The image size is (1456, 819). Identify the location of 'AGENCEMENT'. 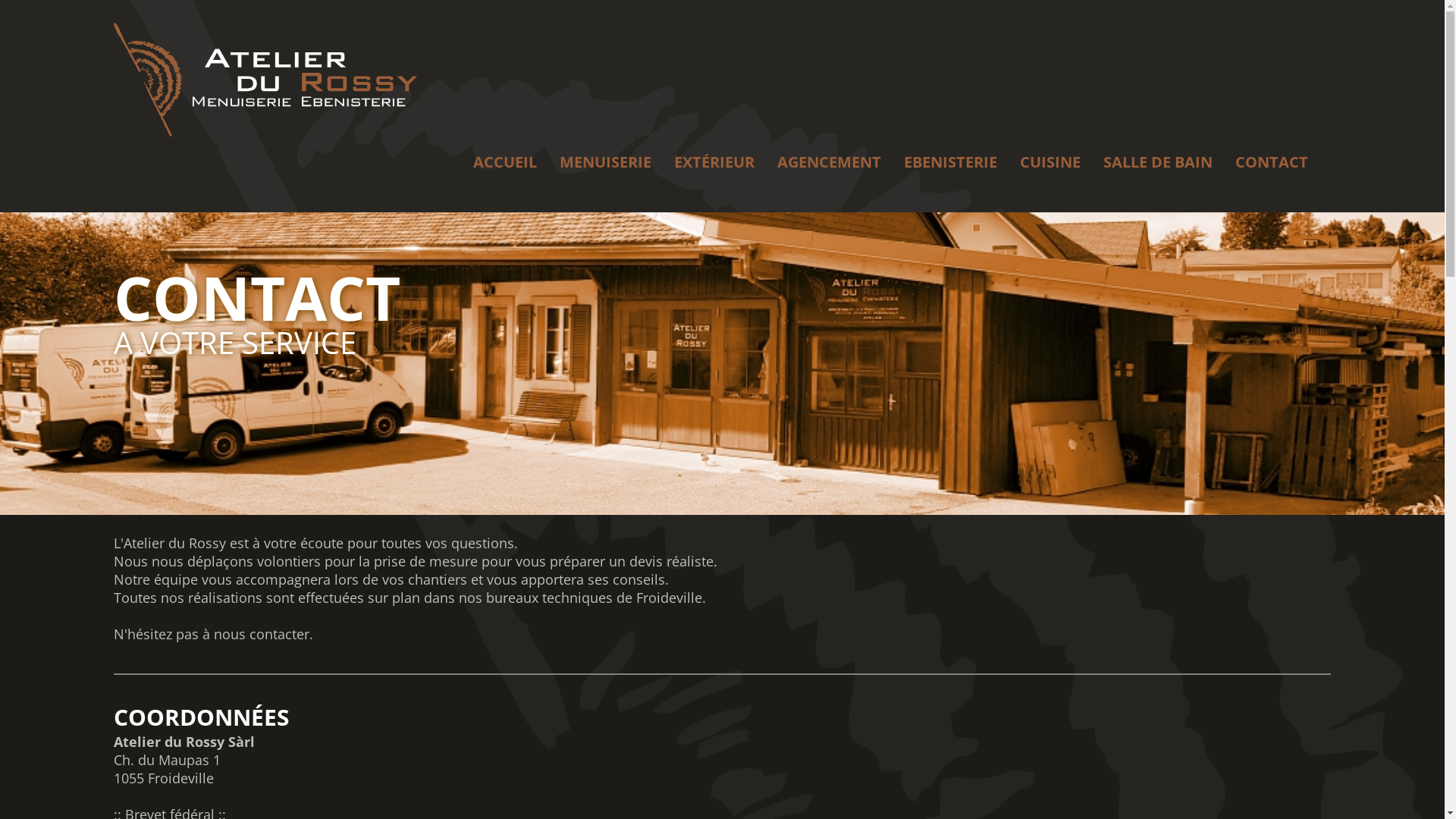
(828, 162).